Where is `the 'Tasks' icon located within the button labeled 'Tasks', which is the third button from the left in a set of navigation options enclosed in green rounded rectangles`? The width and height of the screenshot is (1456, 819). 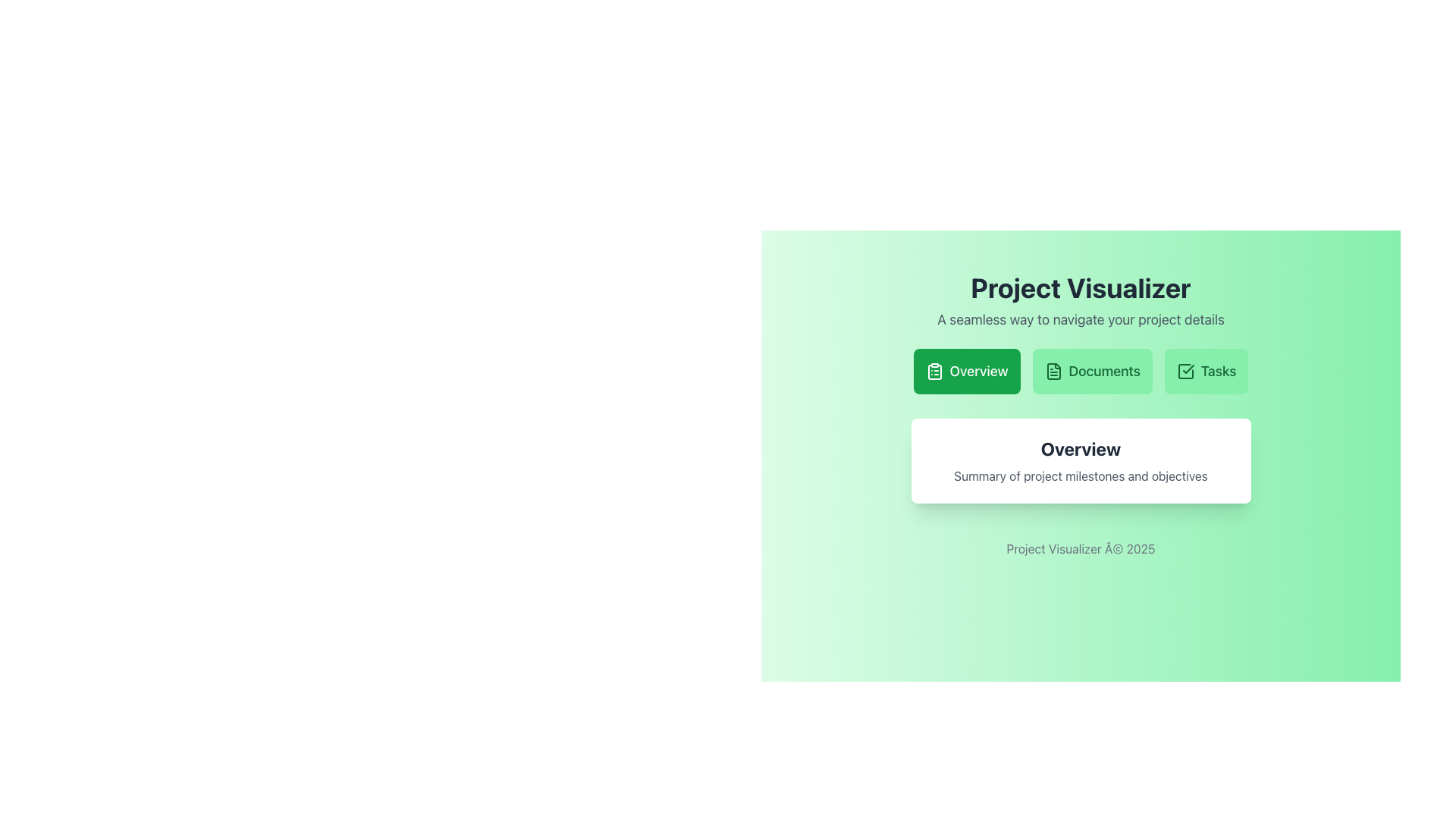
the 'Tasks' icon located within the button labeled 'Tasks', which is the third button from the left in a set of navigation options enclosed in green rounded rectangles is located at coordinates (1185, 371).